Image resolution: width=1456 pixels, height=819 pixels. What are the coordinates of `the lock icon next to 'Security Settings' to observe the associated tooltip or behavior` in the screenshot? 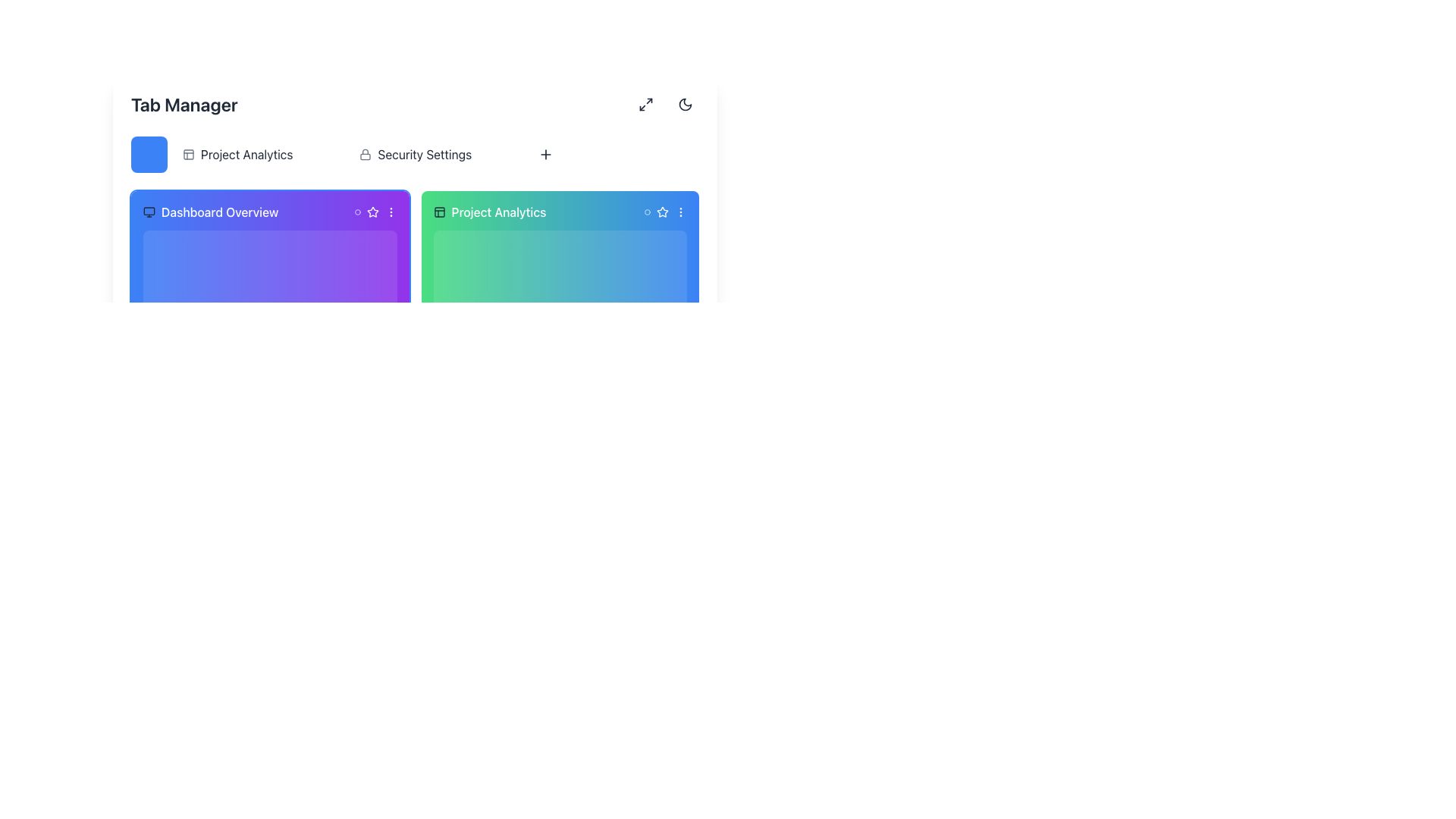 It's located at (366, 155).